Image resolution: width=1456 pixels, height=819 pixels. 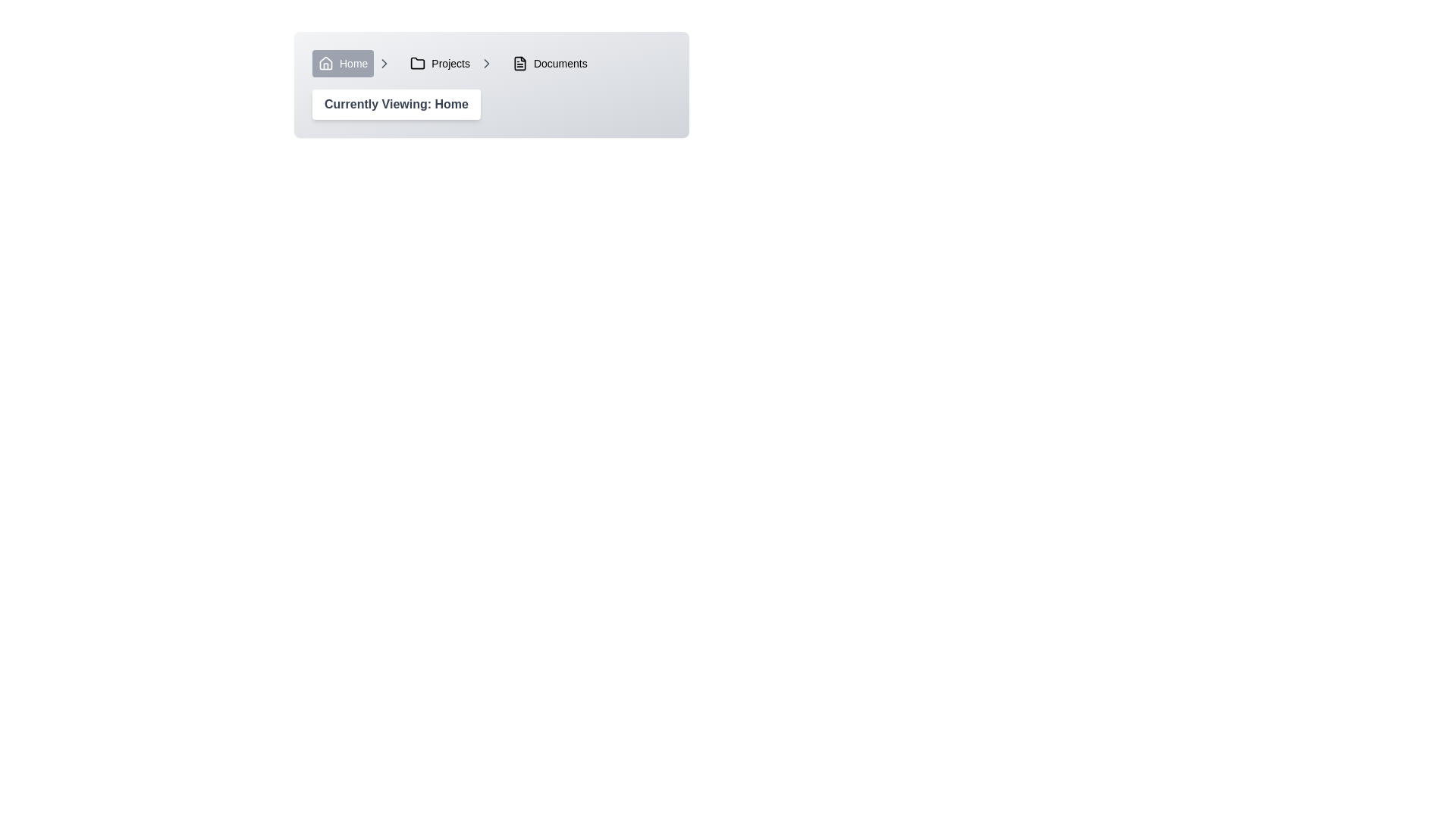 What do you see at coordinates (549, 63) in the screenshot?
I see `the 'Documents' button in the breadcrumb navigation bar` at bounding box center [549, 63].